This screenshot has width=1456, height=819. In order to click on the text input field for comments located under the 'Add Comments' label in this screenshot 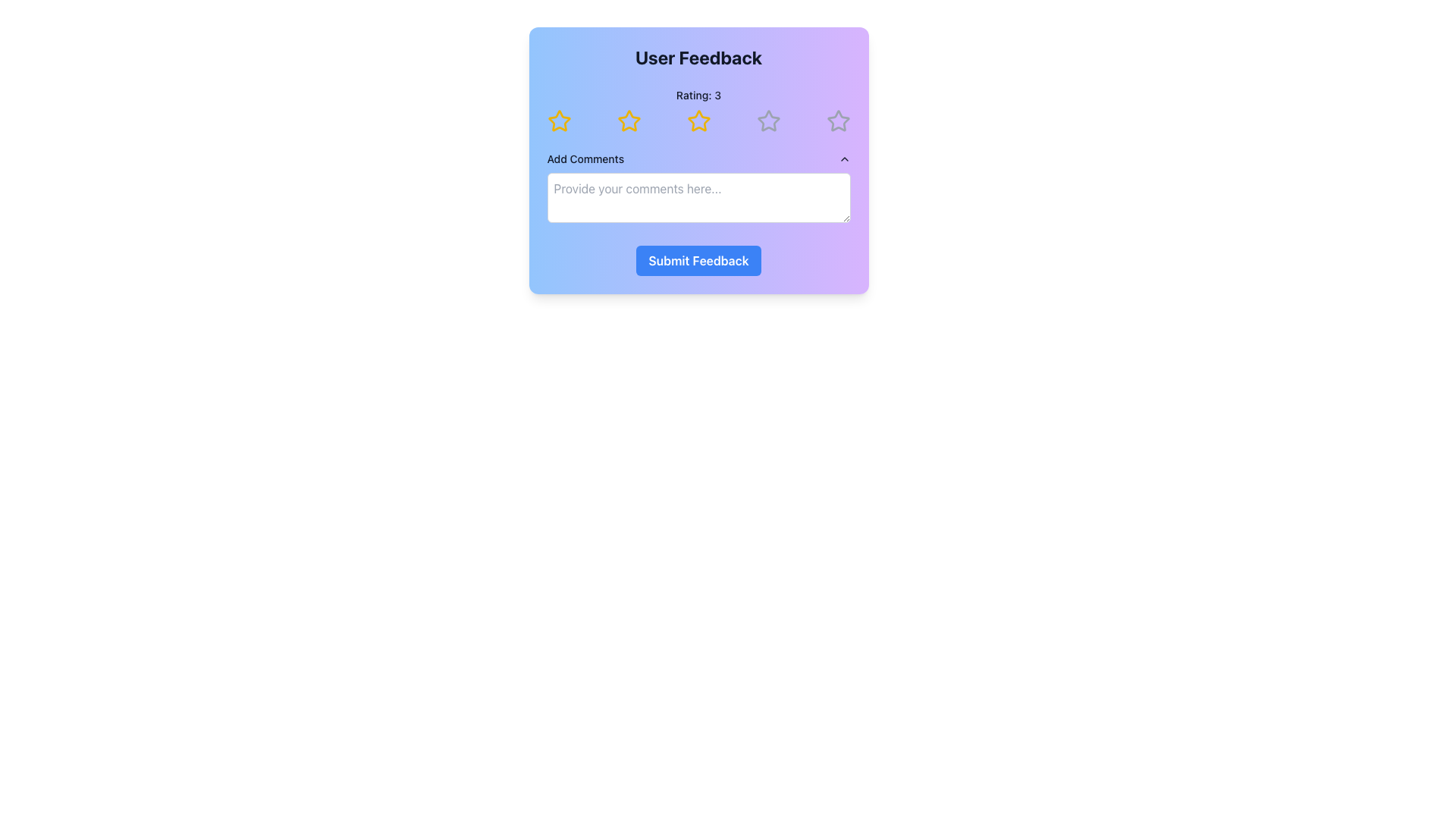, I will do `click(698, 197)`.